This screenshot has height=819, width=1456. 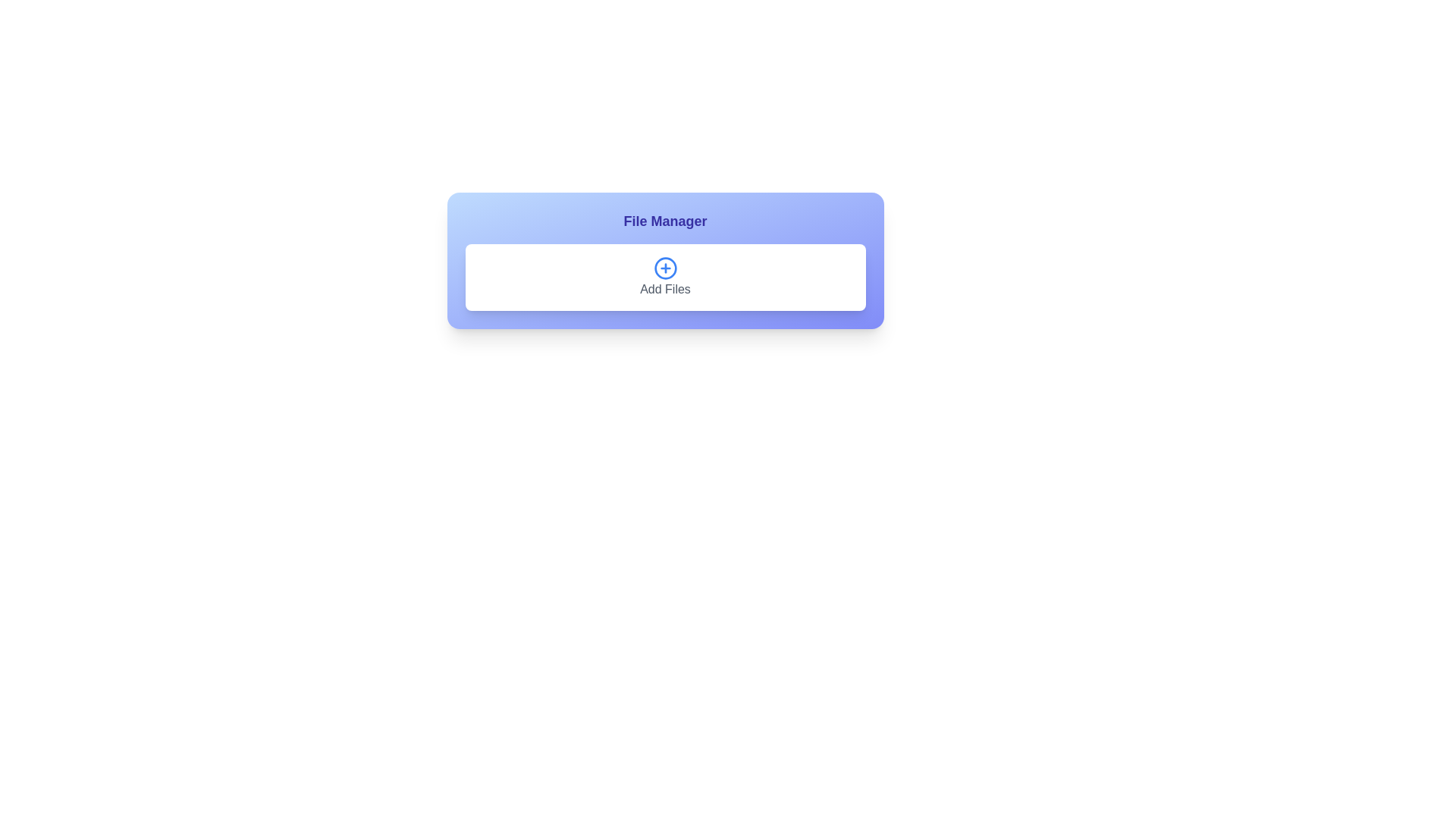 What do you see at coordinates (665, 289) in the screenshot?
I see `the text label that indicates functionality for adding files, located below the '+' icon in the 'File Manager' section` at bounding box center [665, 289].